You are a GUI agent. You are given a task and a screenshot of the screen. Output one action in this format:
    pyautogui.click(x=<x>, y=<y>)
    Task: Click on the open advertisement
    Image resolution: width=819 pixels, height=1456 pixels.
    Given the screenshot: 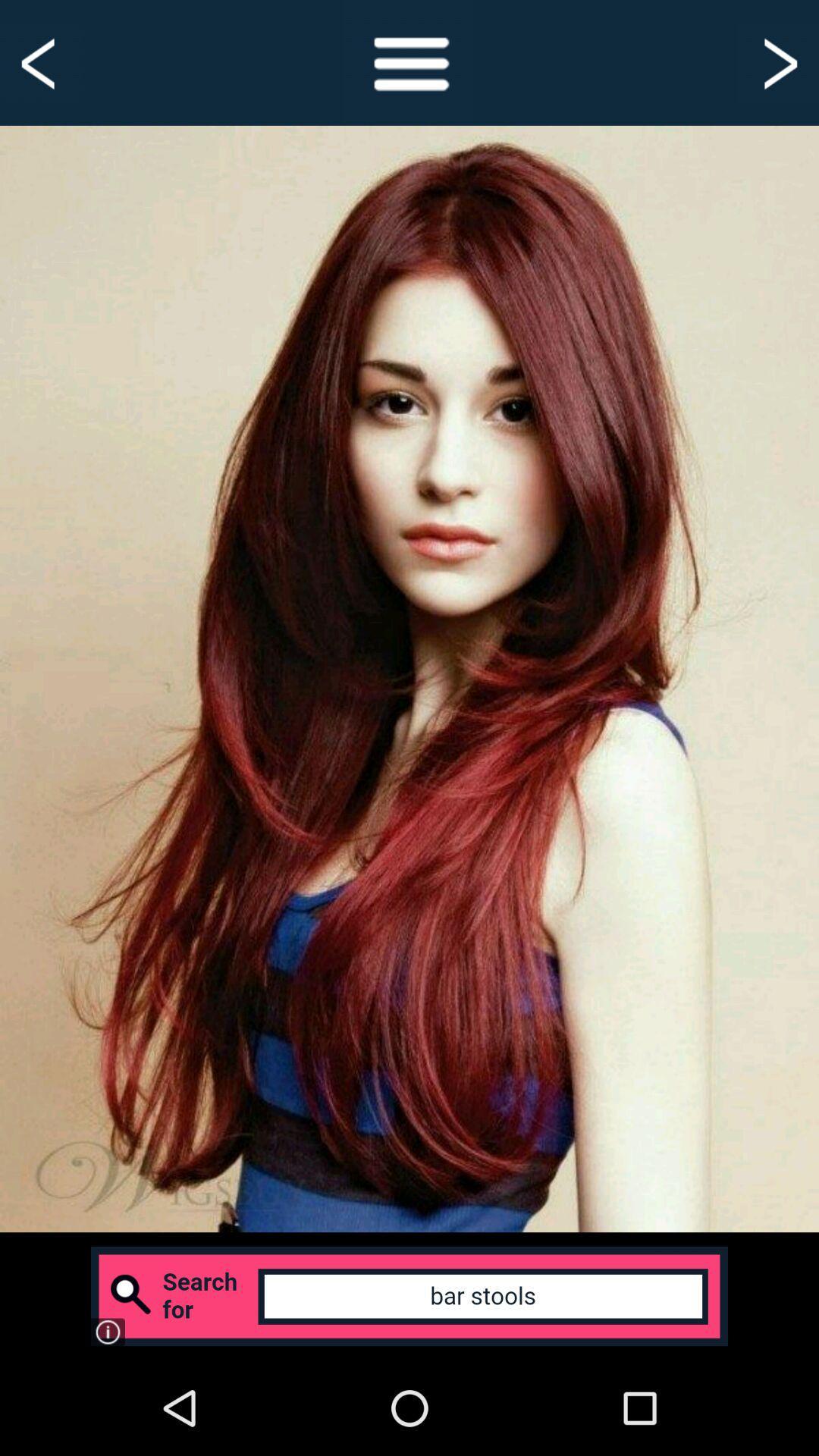 What is the action you would take?
    pyautogui.click(x=409, y=1295)
    